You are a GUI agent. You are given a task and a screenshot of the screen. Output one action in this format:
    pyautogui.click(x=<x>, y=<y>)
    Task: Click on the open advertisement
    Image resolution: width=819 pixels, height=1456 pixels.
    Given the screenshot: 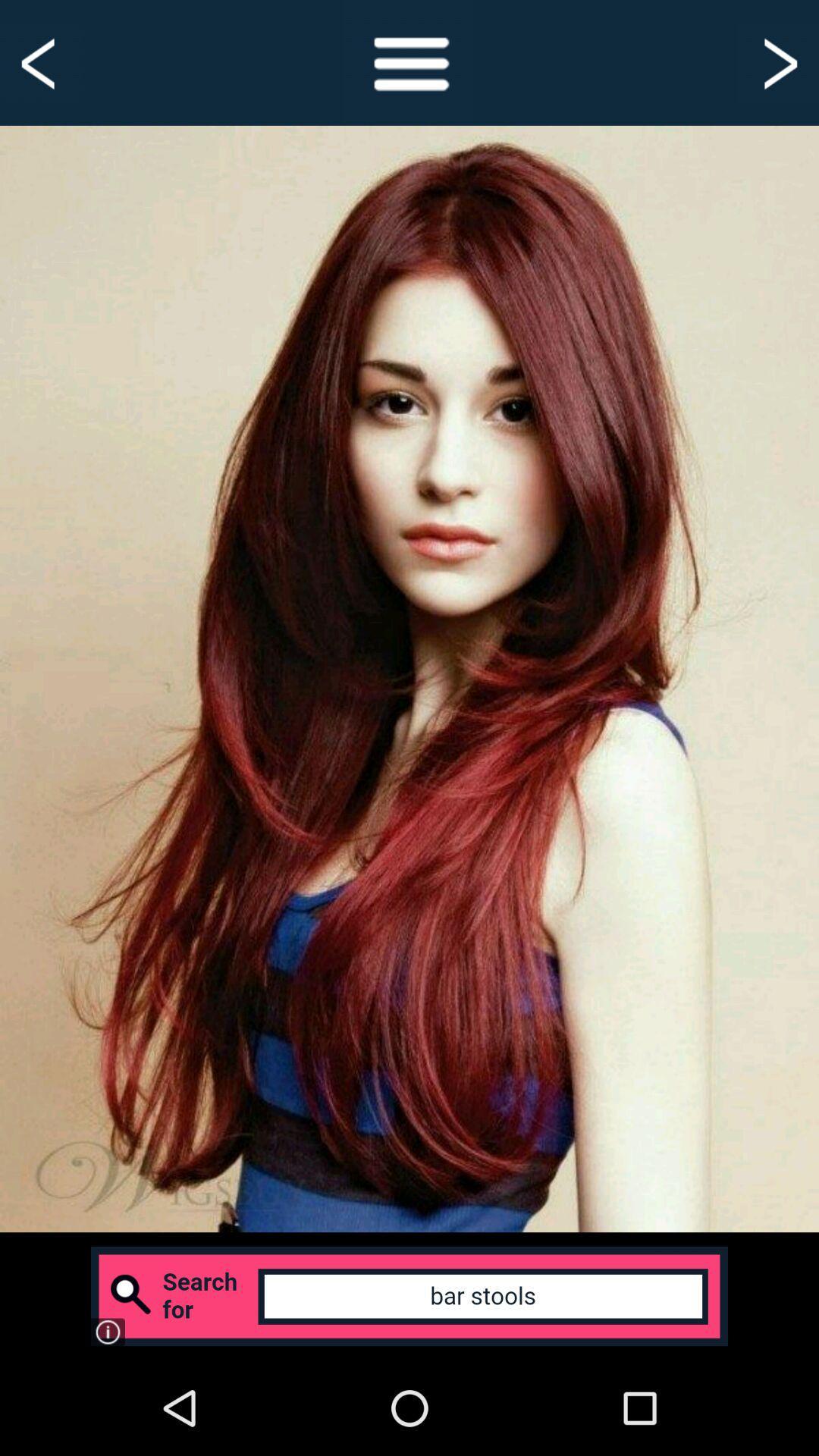 What is the action you would take?
    pyautogui.click(x=409, y=1295)
    